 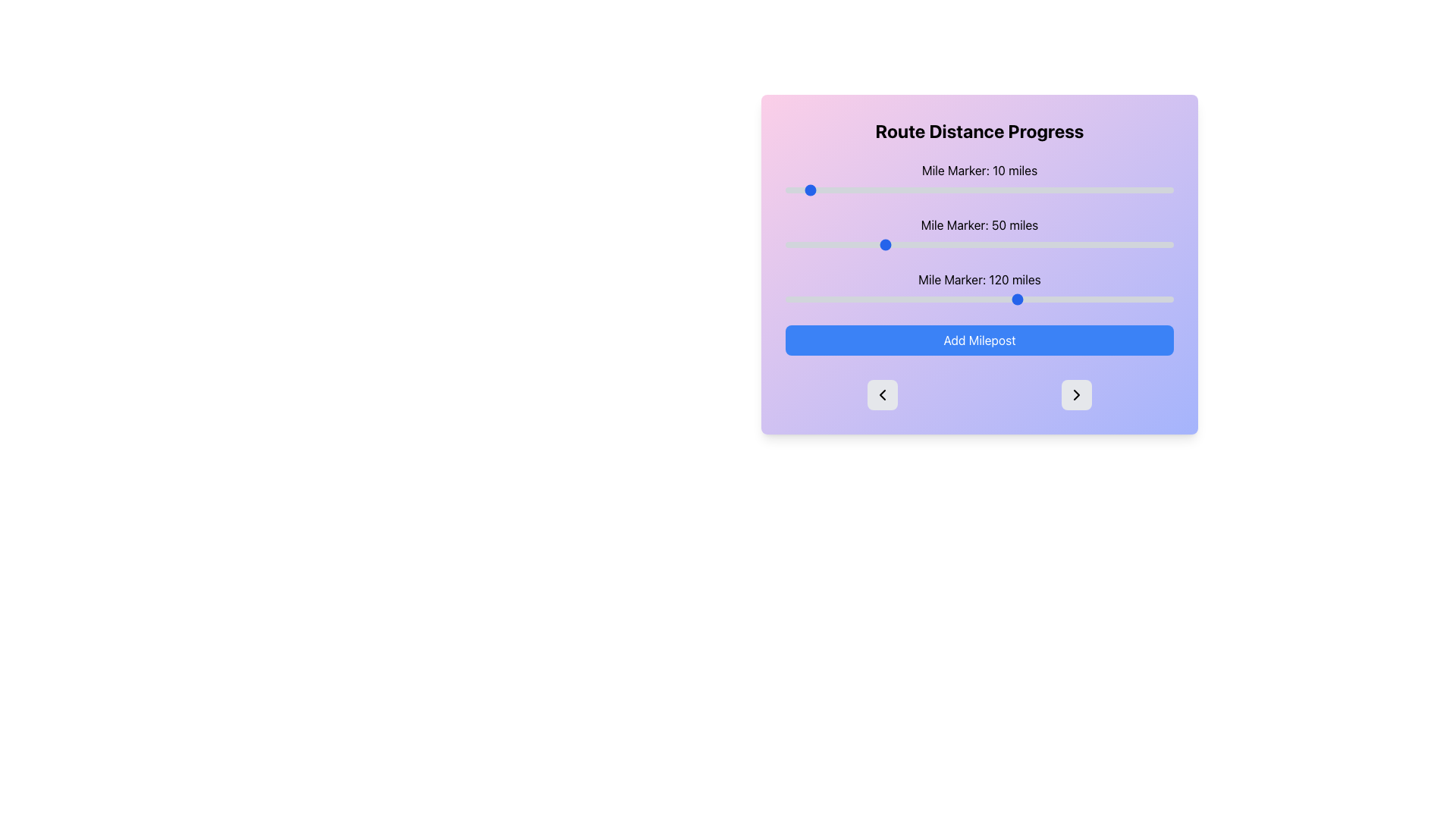 What do you see at coordinates (979, 339) in the screenshot?
I see `the rounded rectangular button with a blue background and white text labeled 'Add Milepost'` at bounding box center [979, 339].